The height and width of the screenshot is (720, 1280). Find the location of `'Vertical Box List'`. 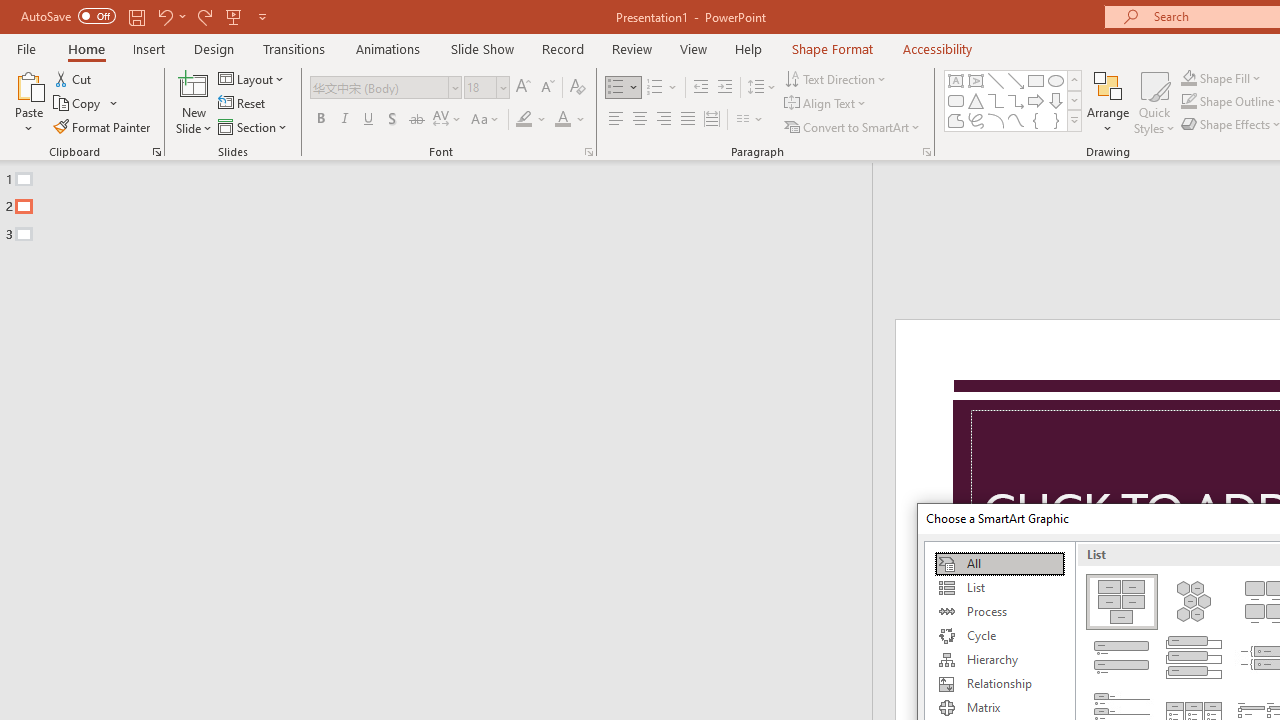

'Vertical Box List' is located at coordinates (1194, 658).